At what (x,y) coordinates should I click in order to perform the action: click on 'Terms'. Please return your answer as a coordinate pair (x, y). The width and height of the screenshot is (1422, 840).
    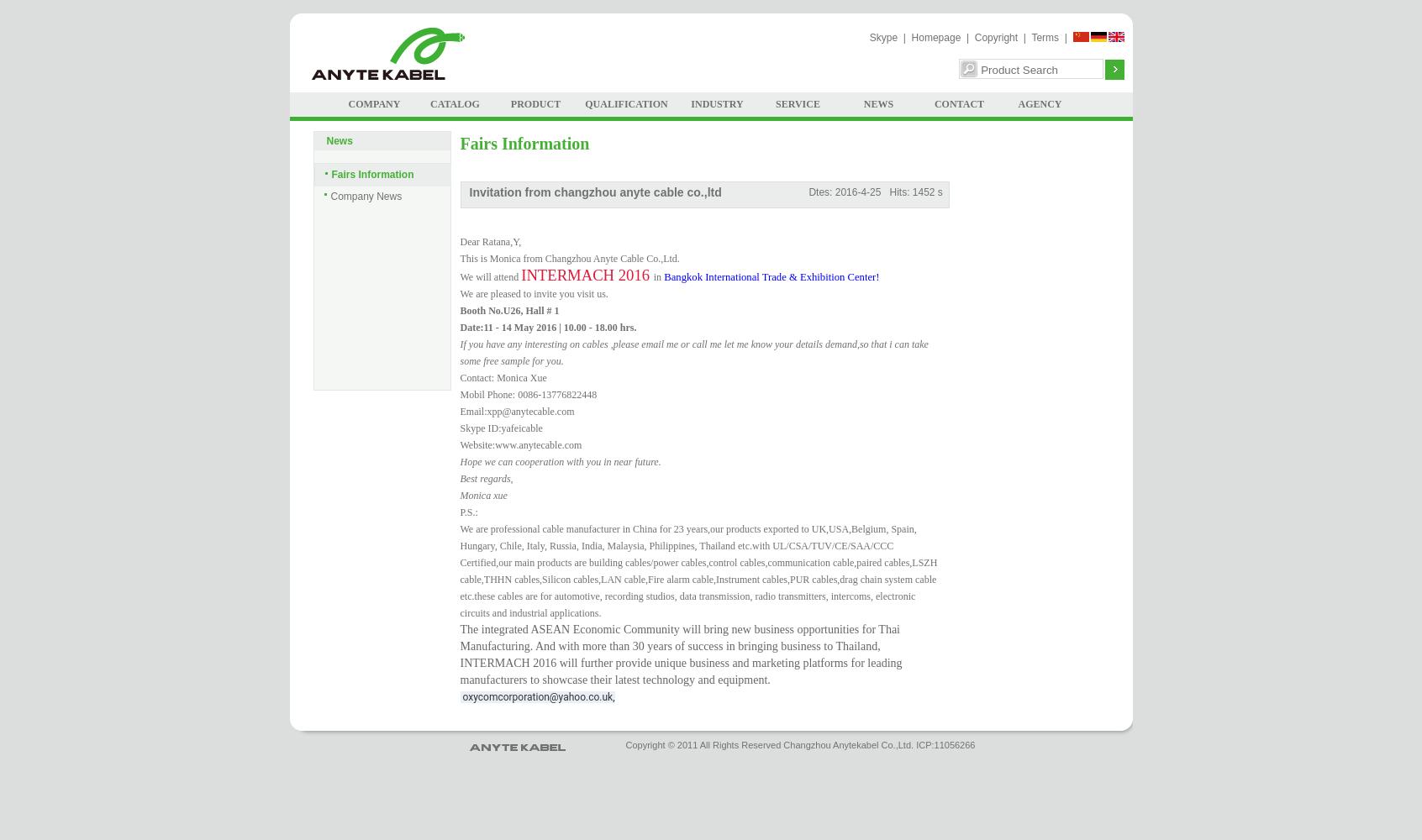
    Looking at the image, I should click on (1045, 38).